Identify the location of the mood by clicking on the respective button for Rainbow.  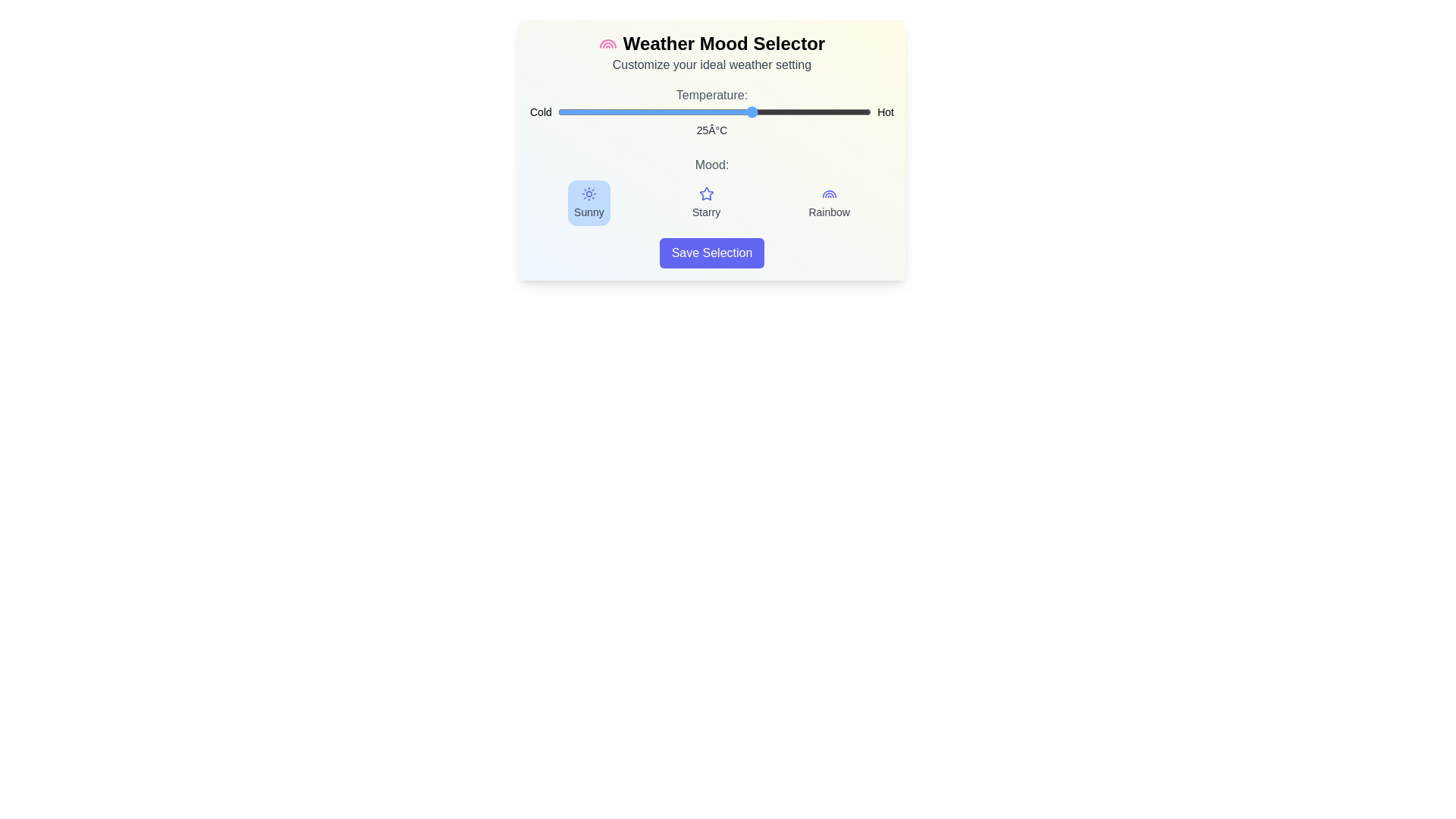
(828, 202).